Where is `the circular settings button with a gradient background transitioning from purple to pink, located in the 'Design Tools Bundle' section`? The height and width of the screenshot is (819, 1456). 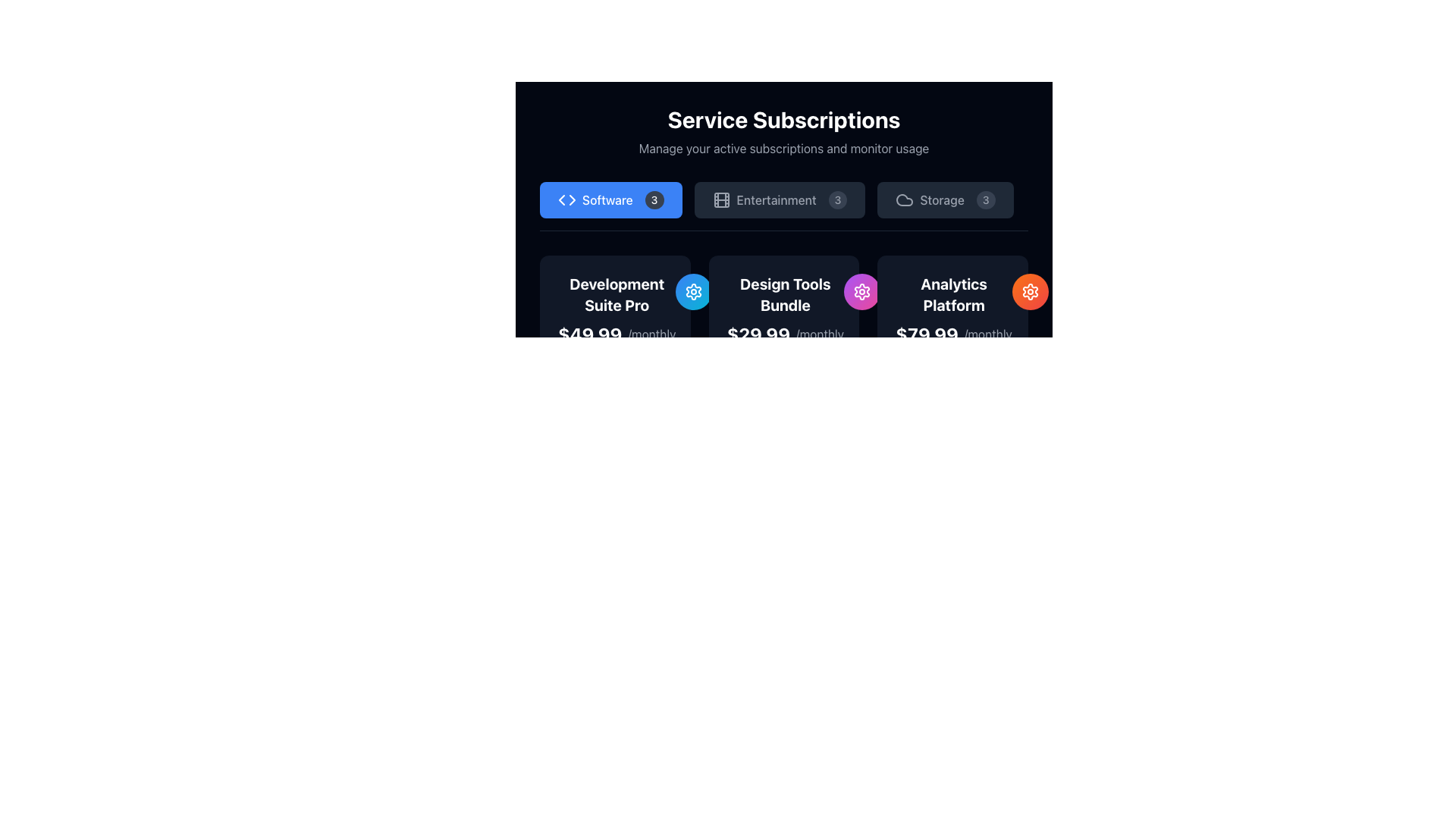 the circular settings button with a gradient background transitioning from purple to pink, located in the 'Design Tools Bundle' section is located at coordinates (862, 292).